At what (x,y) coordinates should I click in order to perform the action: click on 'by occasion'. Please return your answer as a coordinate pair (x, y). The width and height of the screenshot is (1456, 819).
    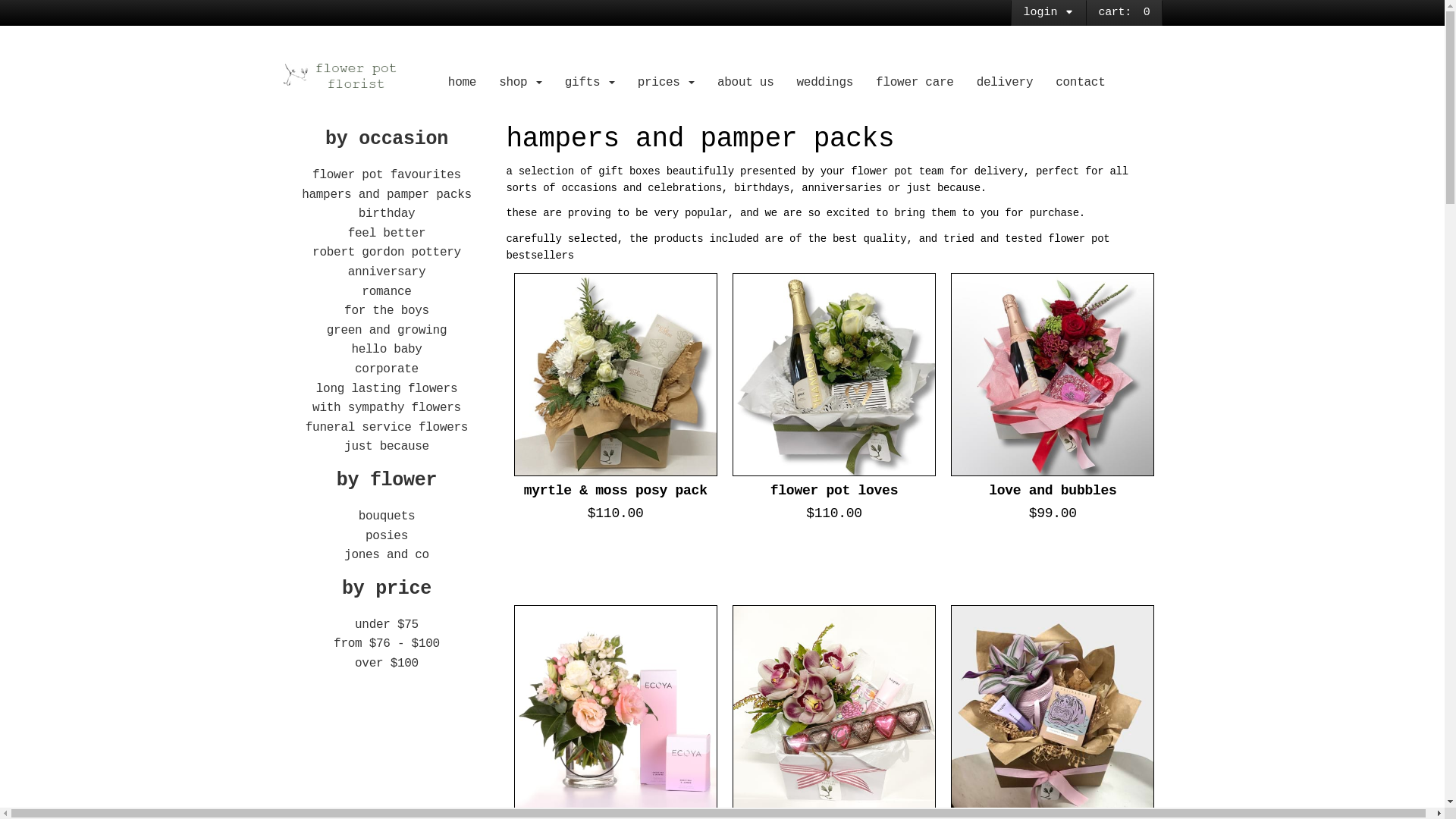
    Looking at the image, I should click on (386, 139).